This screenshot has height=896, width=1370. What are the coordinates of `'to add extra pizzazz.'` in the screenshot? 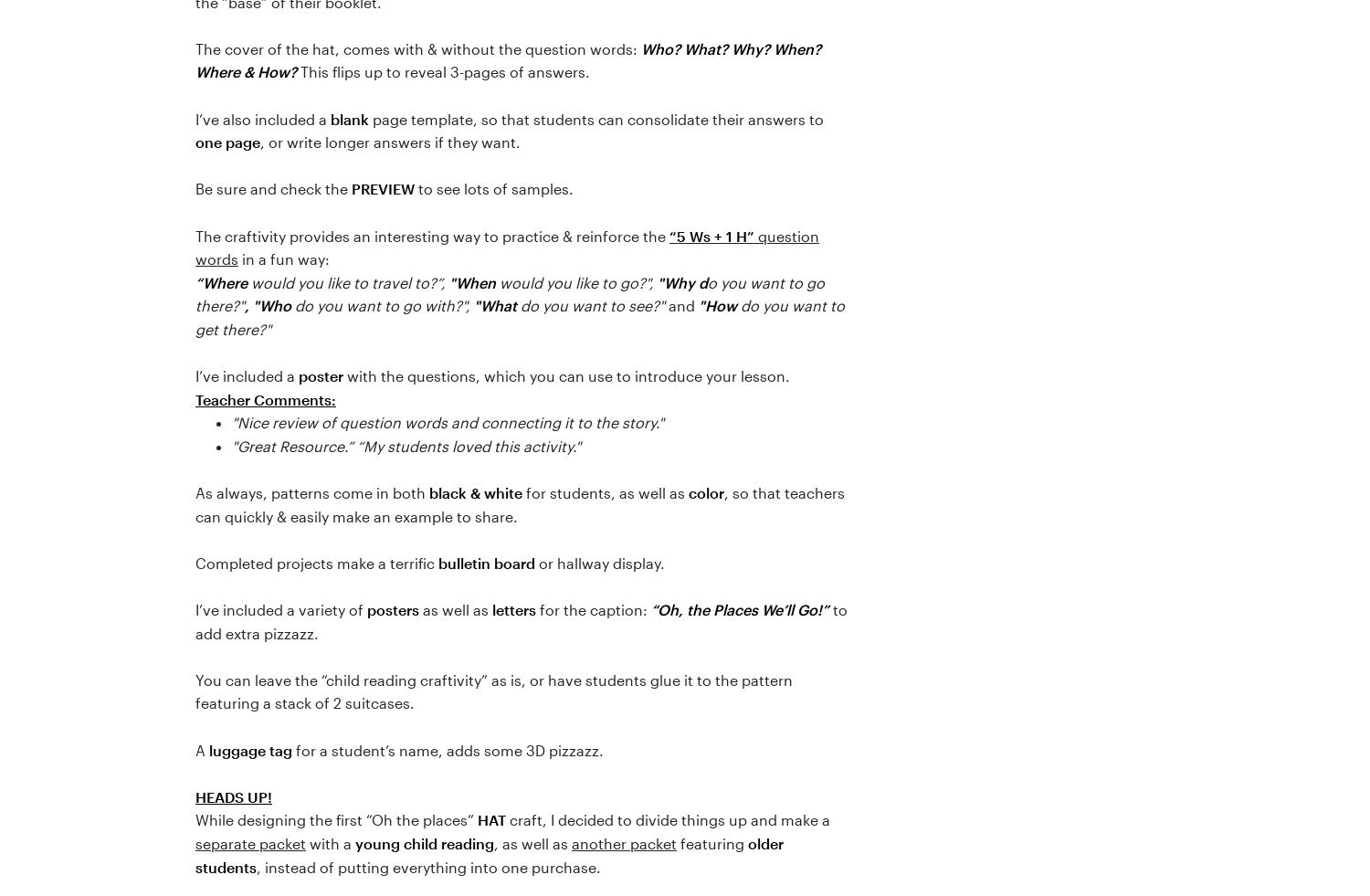 It's located at (521, 621).